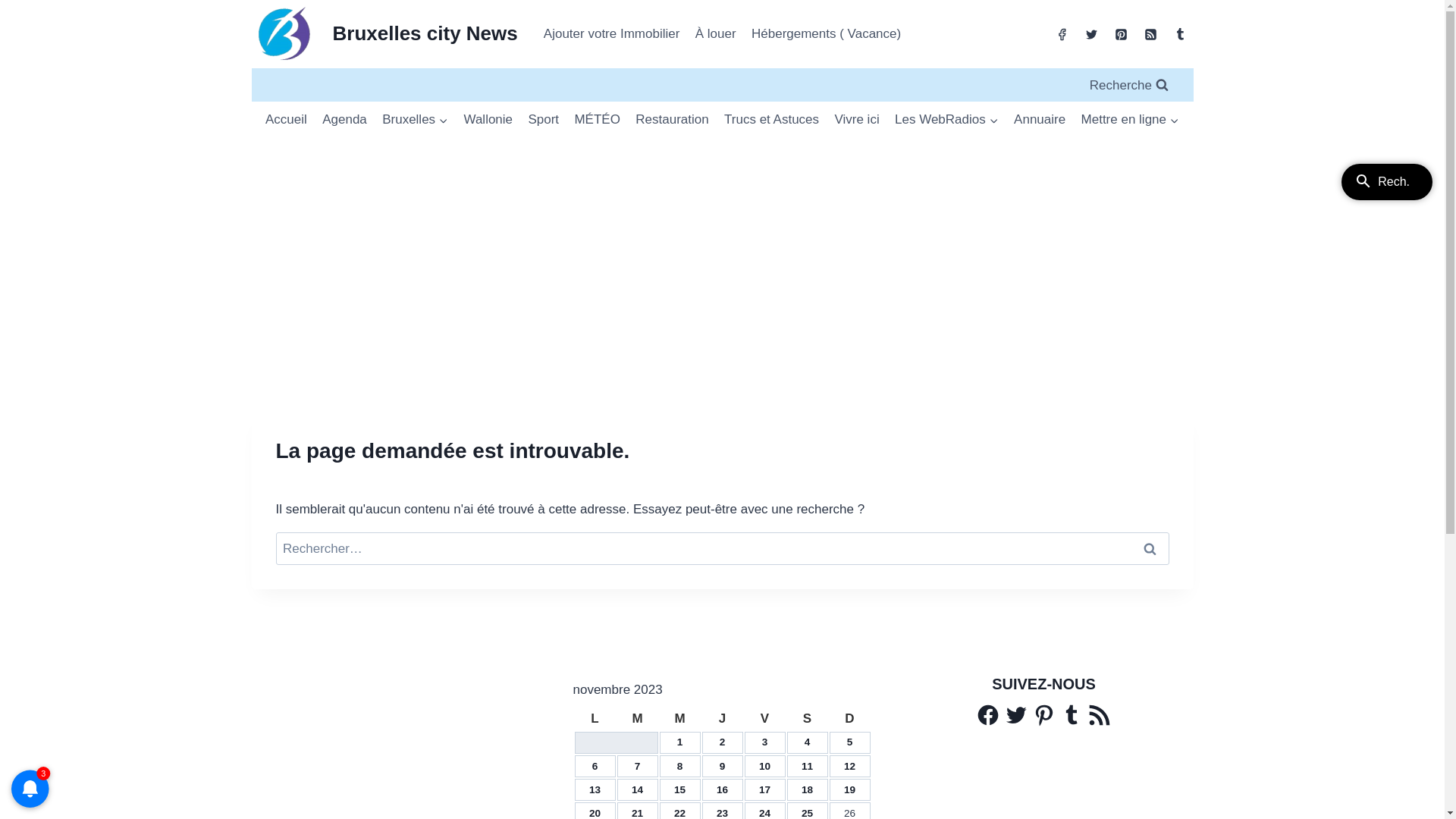 The height and width of the screenshot is (819, 1456). I want to click on 'Mettre en ligne', so click(1129, 119).